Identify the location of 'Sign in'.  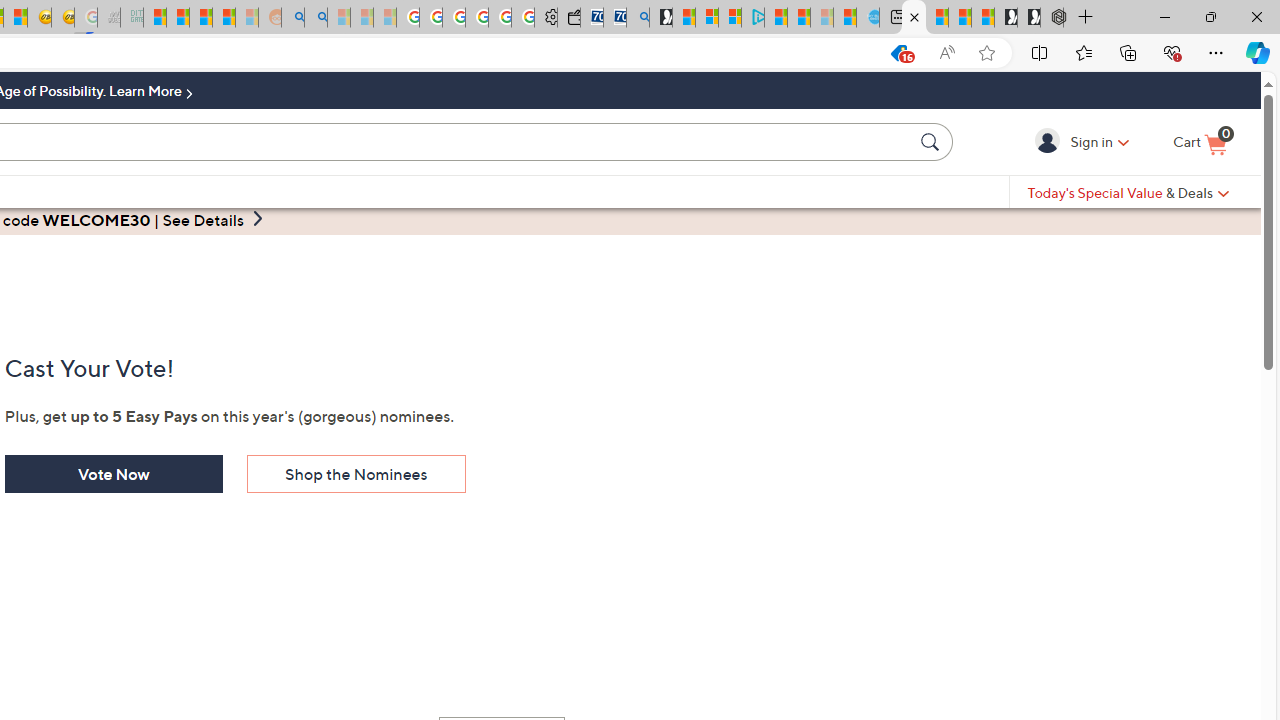
(1049, 140).